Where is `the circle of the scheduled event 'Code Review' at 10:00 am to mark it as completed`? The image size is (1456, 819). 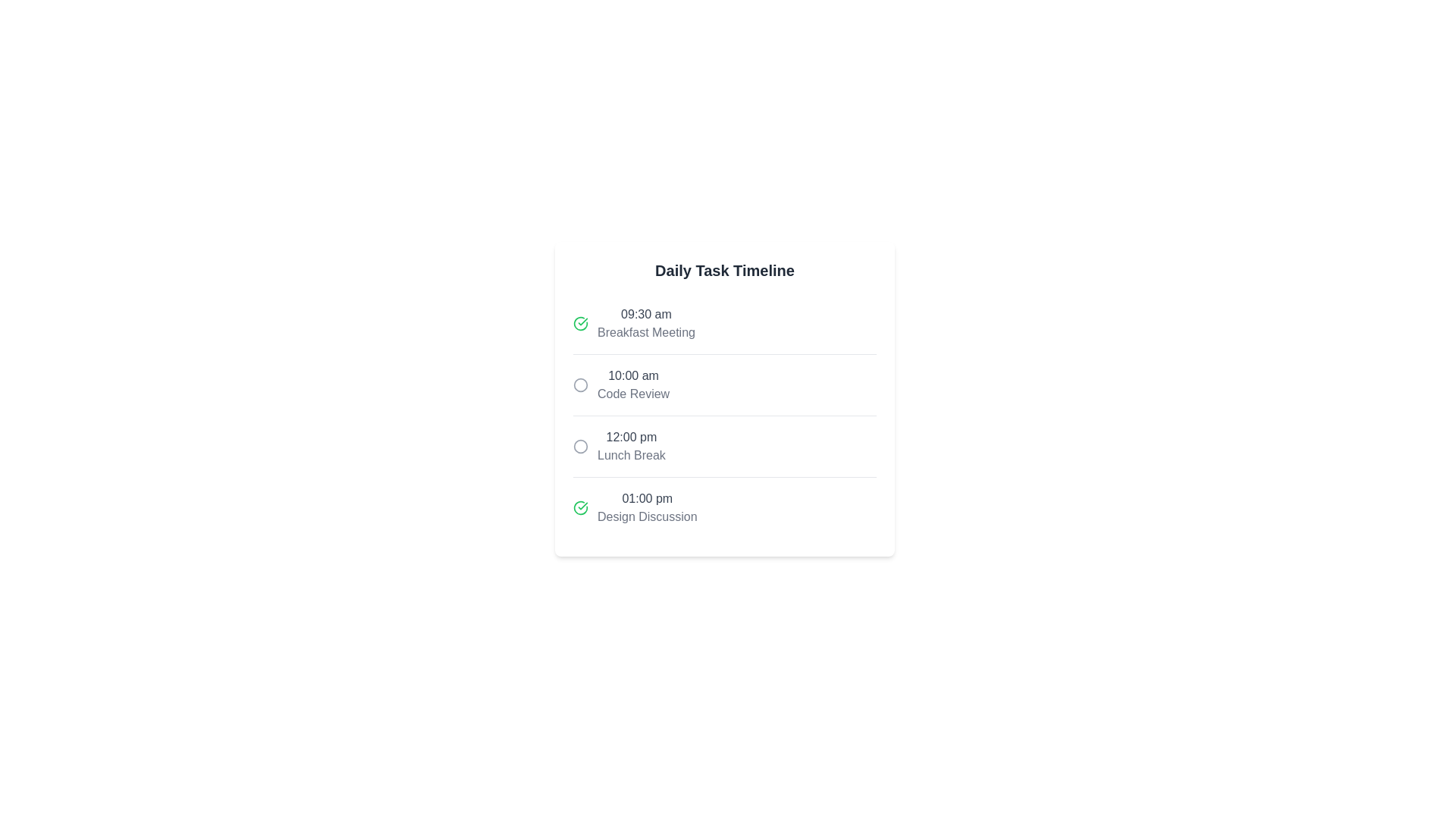 the circle of the scheduled event 'Code Review' at 10:00 am to mark it as completed is located at coordinates (723, 384).